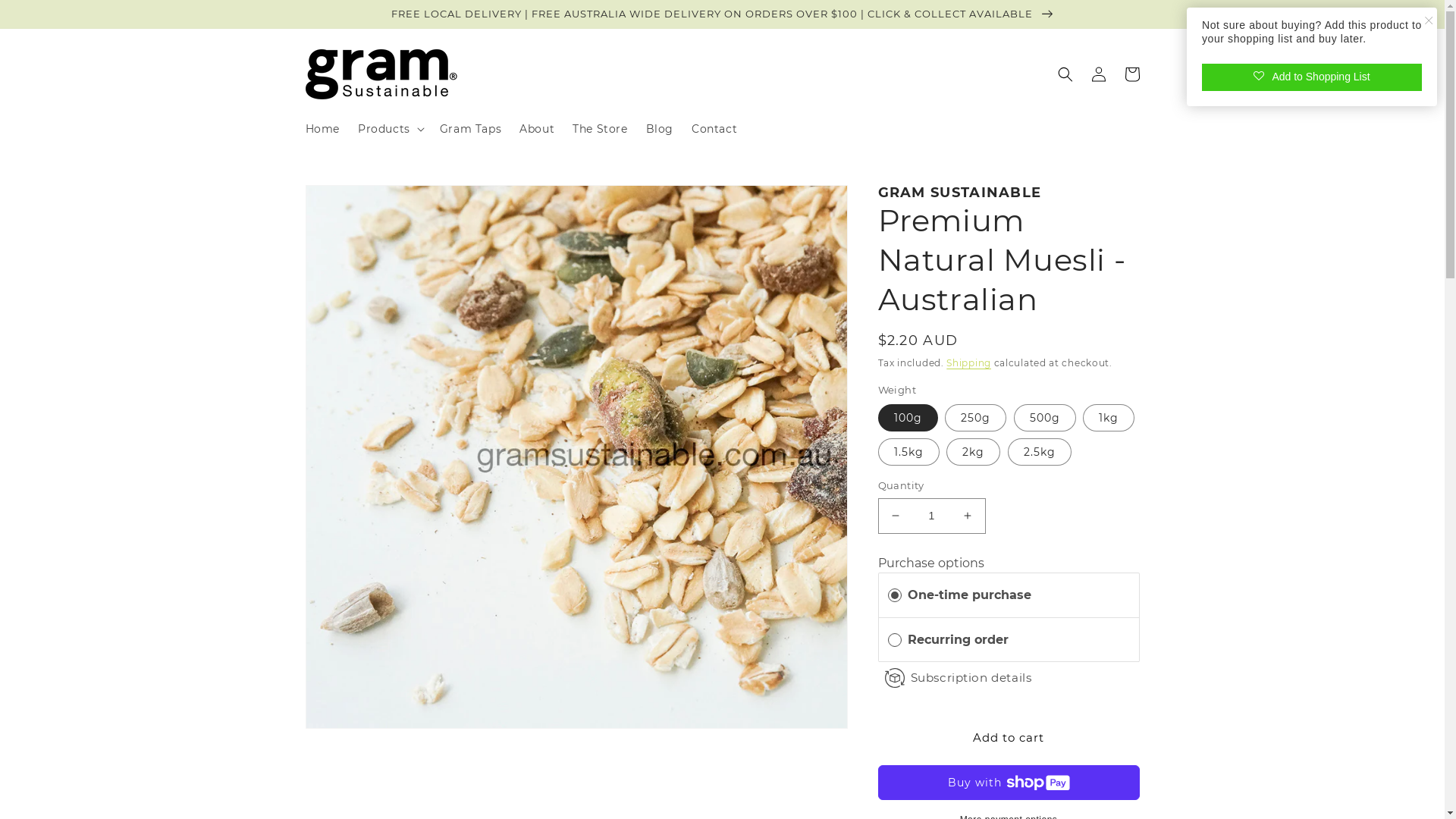 The height and width of the screenshot is (819, 1456). Describe the element at coordinates (1098, 74) in the screenshot. I see `'Log in'` at that location.